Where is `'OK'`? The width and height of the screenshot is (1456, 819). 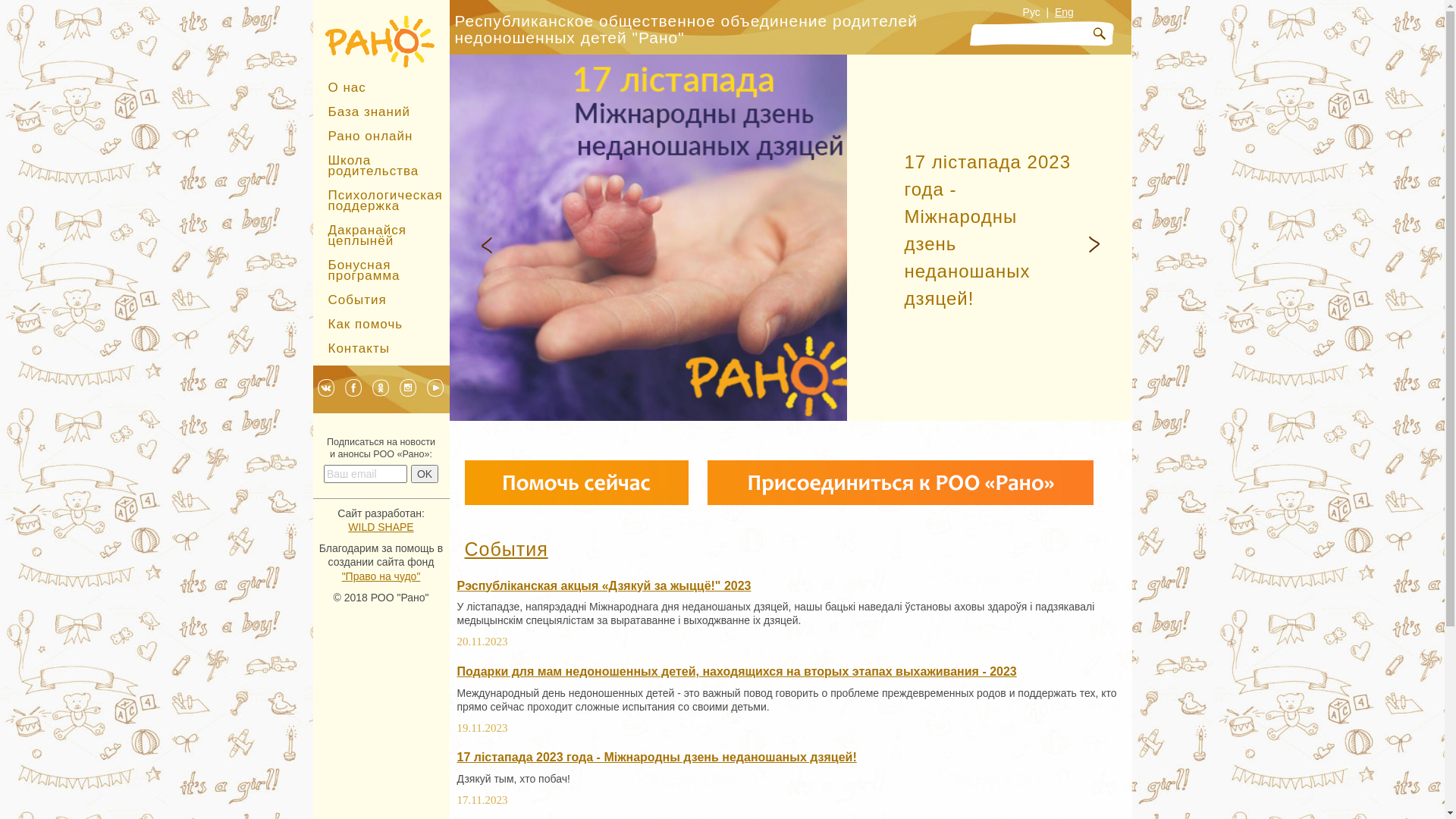 'OK' is located at coordinates (425, 472).